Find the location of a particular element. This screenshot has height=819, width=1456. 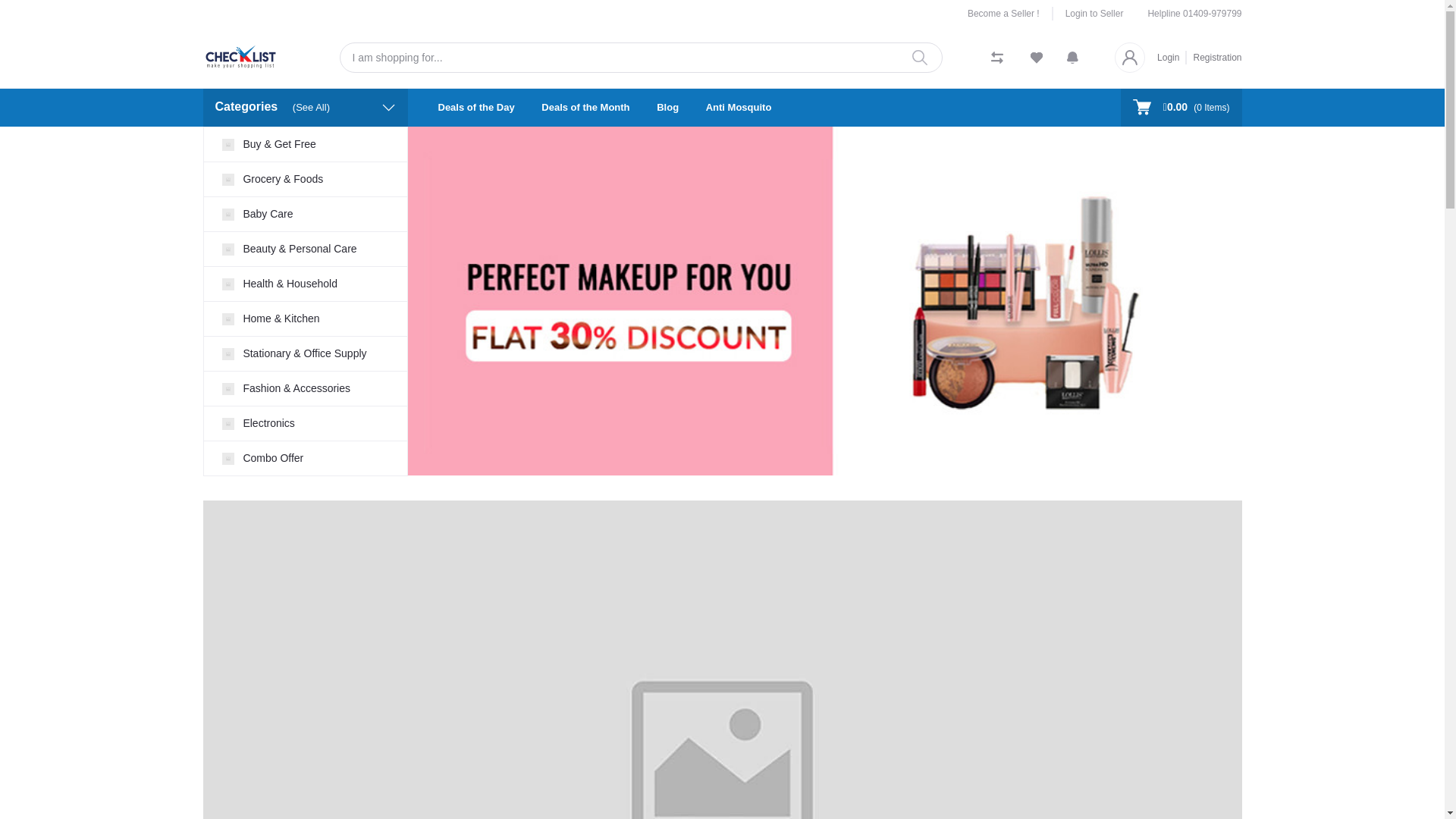

'Baby Care' is located at coordinates (304, 214).